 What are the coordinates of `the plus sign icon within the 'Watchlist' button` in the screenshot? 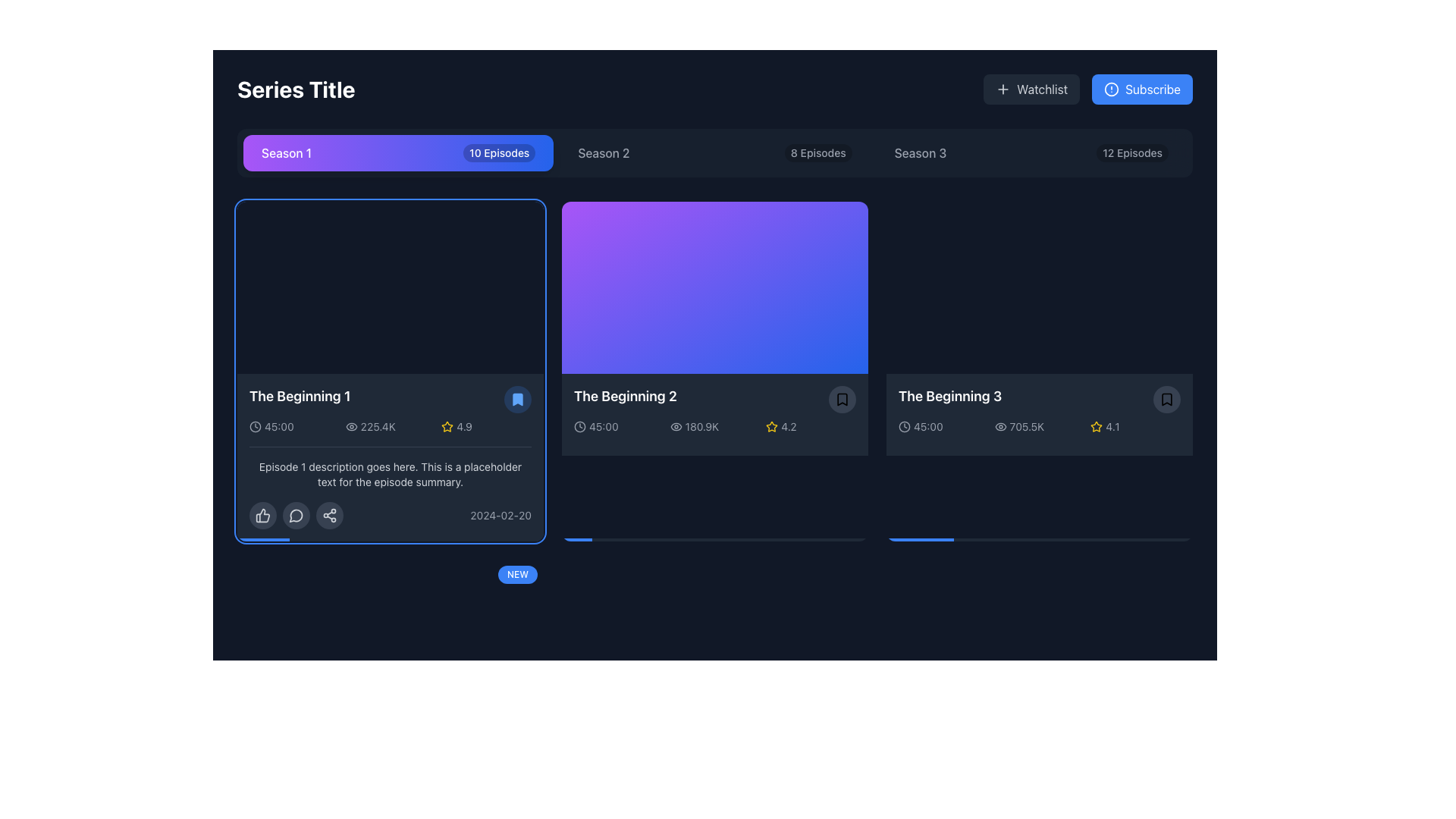 It's located at (1003, 89).